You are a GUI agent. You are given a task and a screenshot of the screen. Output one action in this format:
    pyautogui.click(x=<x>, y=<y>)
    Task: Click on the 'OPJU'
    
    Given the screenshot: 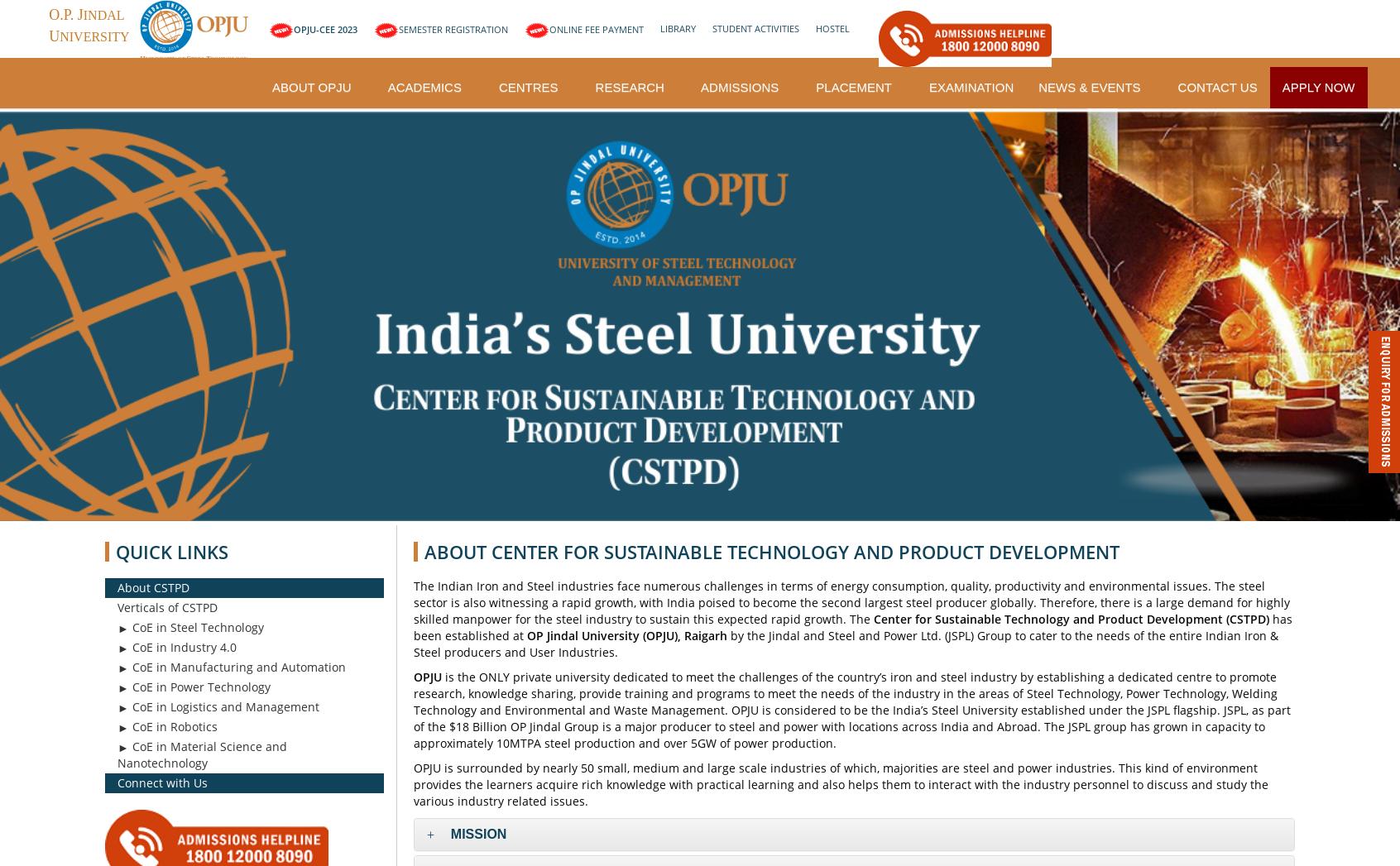 What is the action you would take?
    pyautogui.click(x=427, y=677)
    